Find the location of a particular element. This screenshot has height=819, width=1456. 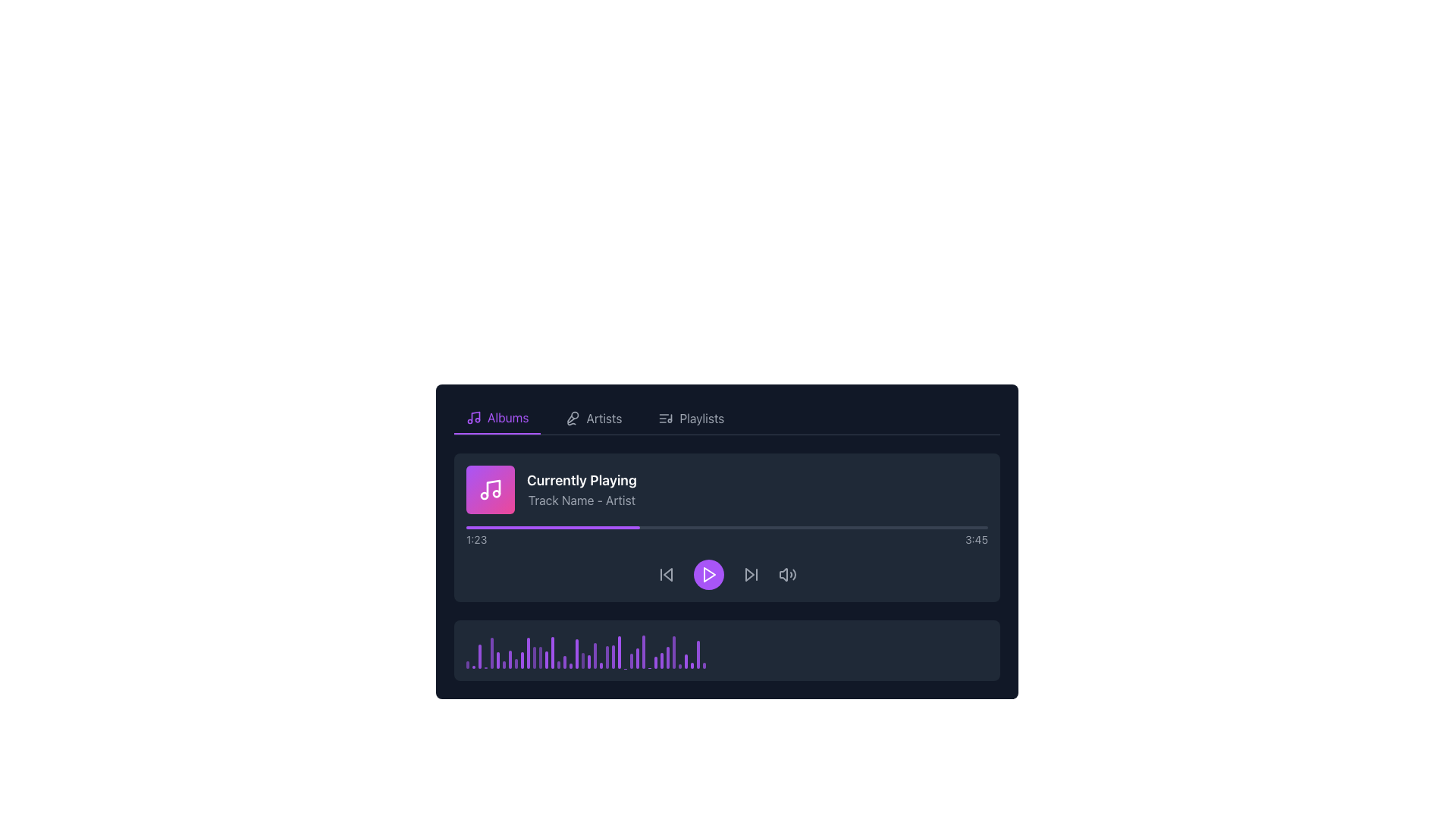

the 'Playlists' icon located in the navigation bar, adjacent to the 'Playlists' label is located at coordinates (666, 418).